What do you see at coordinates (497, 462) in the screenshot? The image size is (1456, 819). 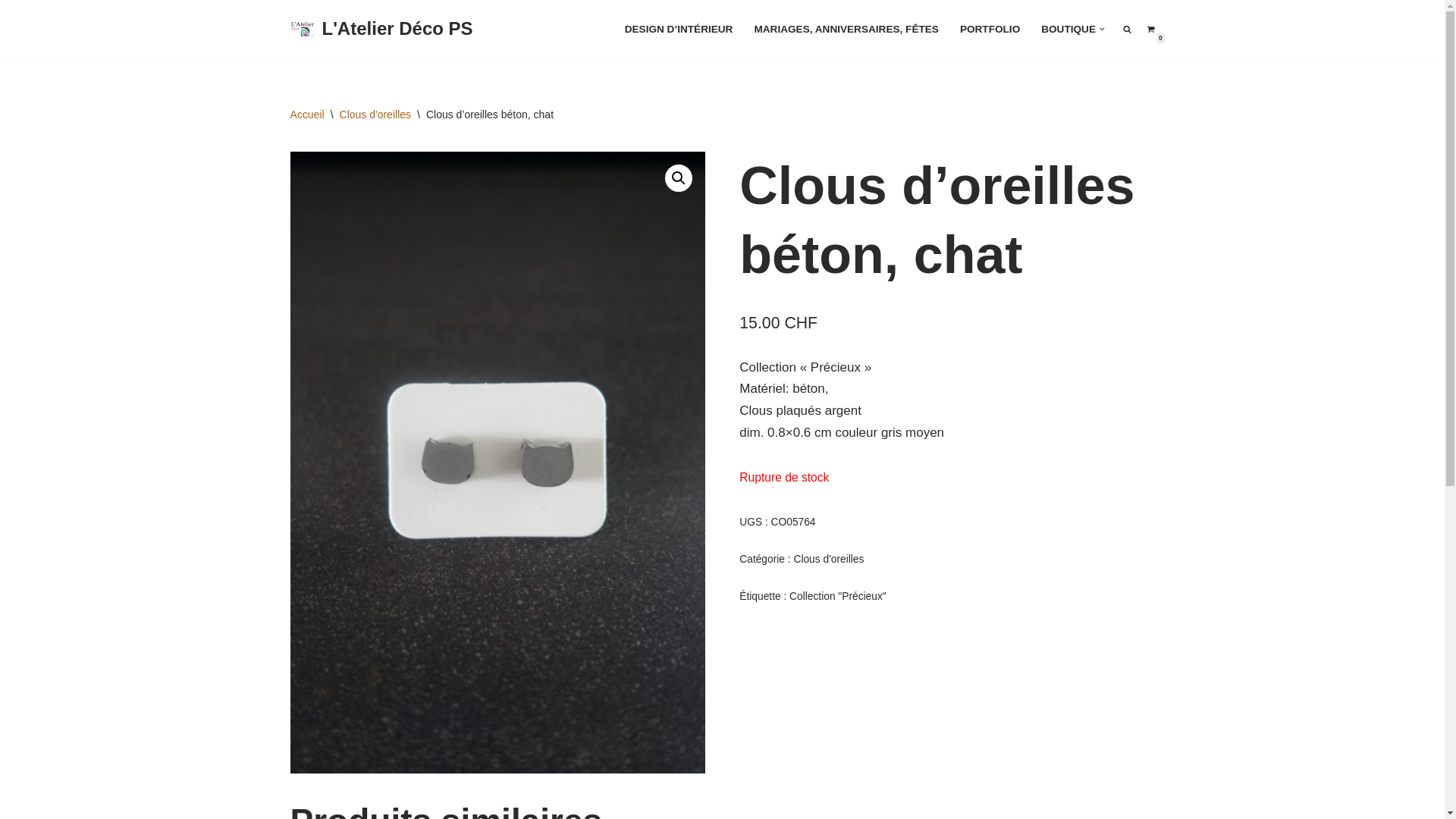 I see `'CO05764'` at bounding box center [497, 462].